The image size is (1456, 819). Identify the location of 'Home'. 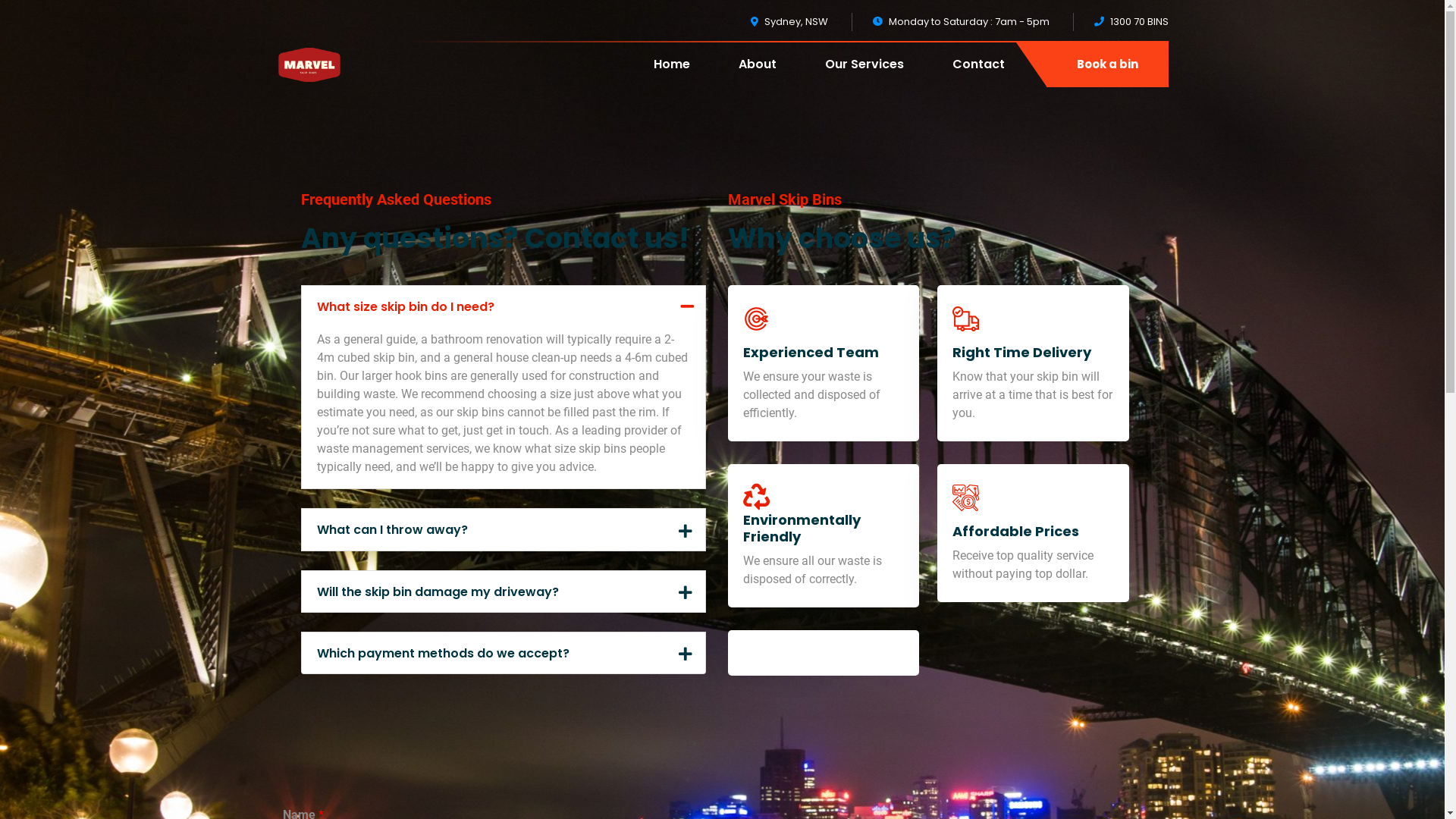
(671, 75).